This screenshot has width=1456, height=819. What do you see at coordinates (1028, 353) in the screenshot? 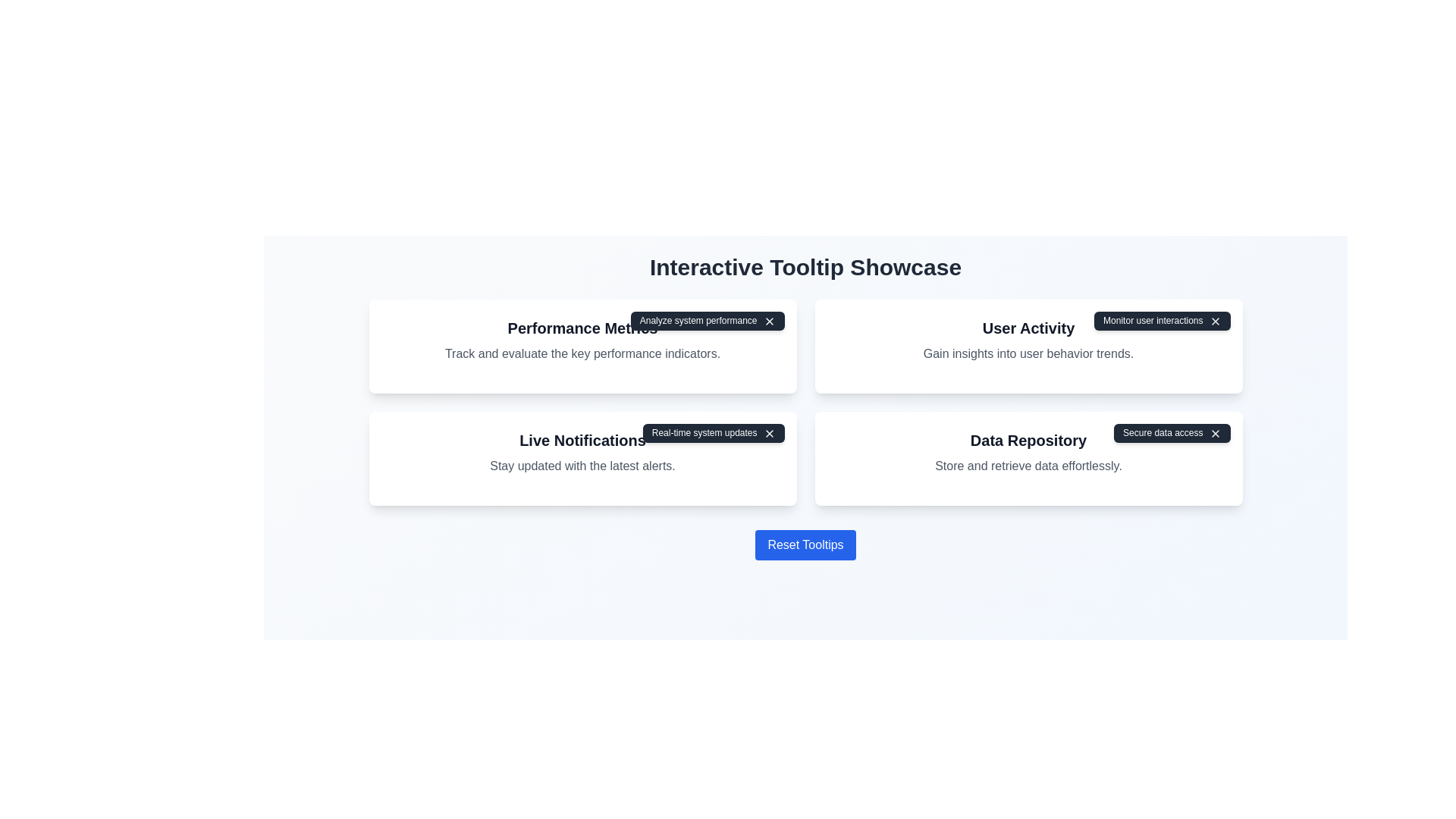
I see `the informational text block located beneath the 'User Activity' header in the 'User Activity' card` at bounding box center [1028, 353].